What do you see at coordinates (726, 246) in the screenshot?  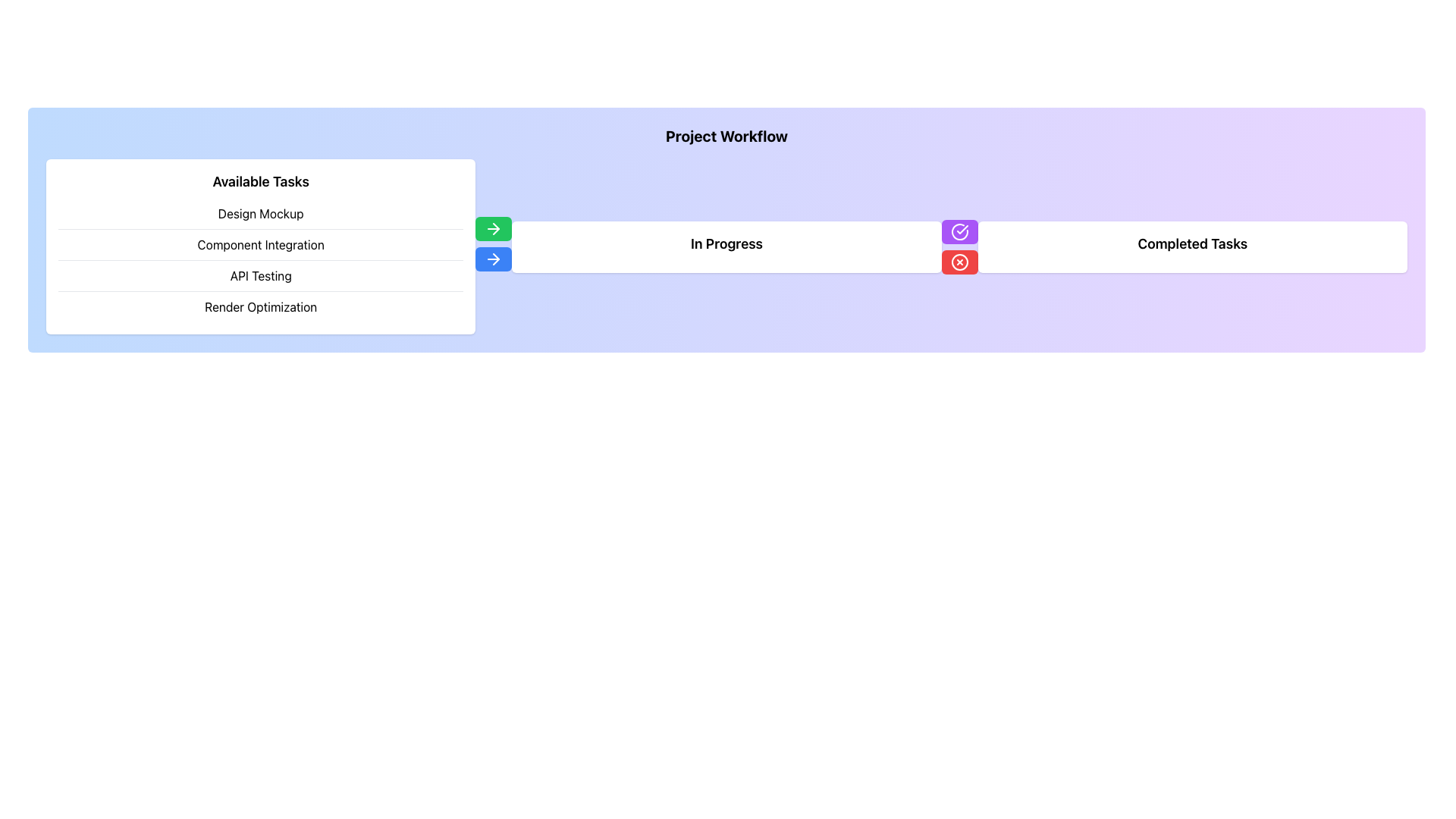 I see `the middle Informational Card, which represents tasks currently in progress, located between 'Available Tasks' and 'Completed Tasks'` at bounding box center [726, 246].